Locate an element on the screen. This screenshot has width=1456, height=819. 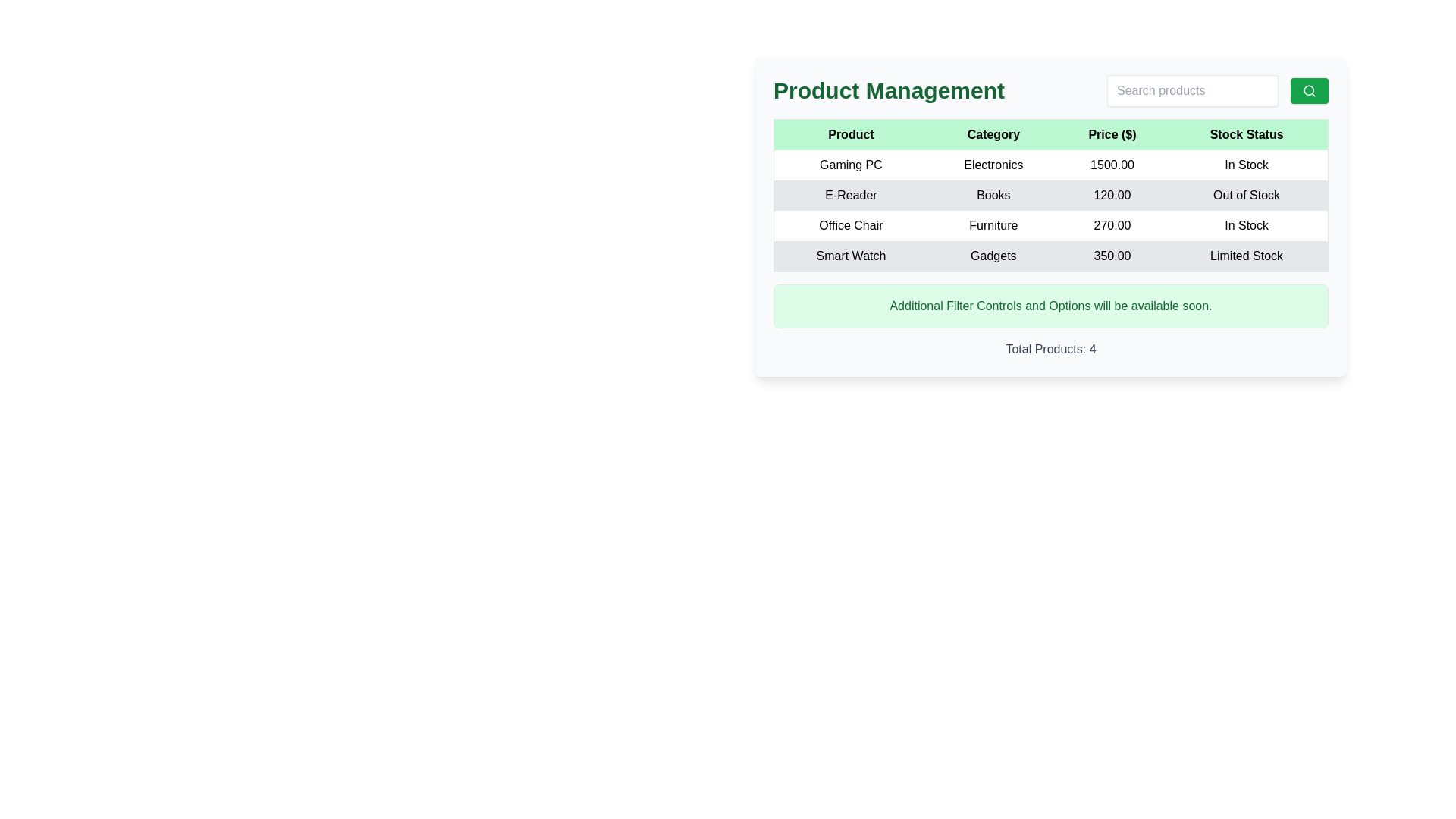
the fourth row in the product table displaying information about 'Smart Watch', which includes its category, price, and stock status is located at coordinates (1050, 256).